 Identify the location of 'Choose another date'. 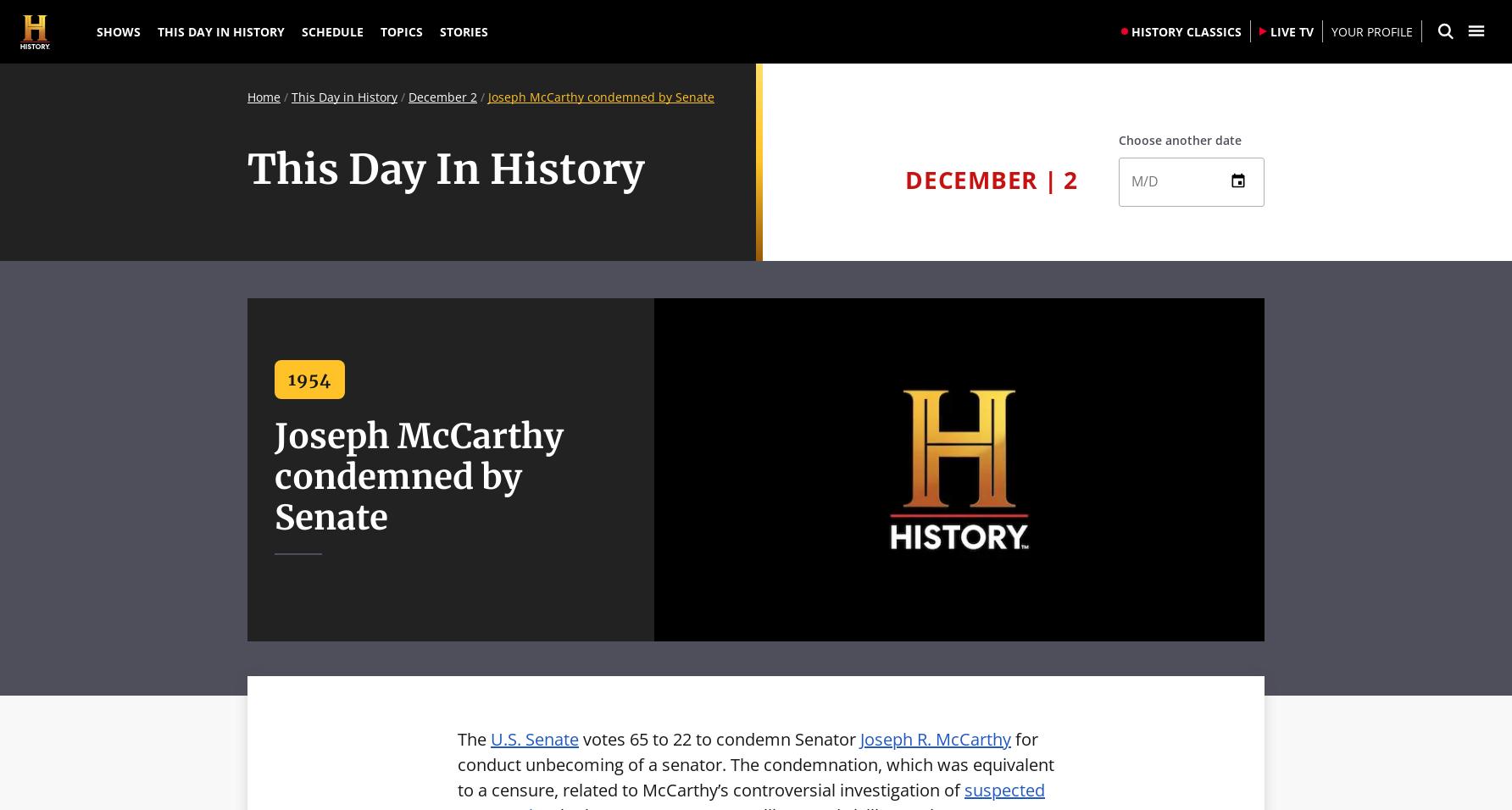
(1180, 139).